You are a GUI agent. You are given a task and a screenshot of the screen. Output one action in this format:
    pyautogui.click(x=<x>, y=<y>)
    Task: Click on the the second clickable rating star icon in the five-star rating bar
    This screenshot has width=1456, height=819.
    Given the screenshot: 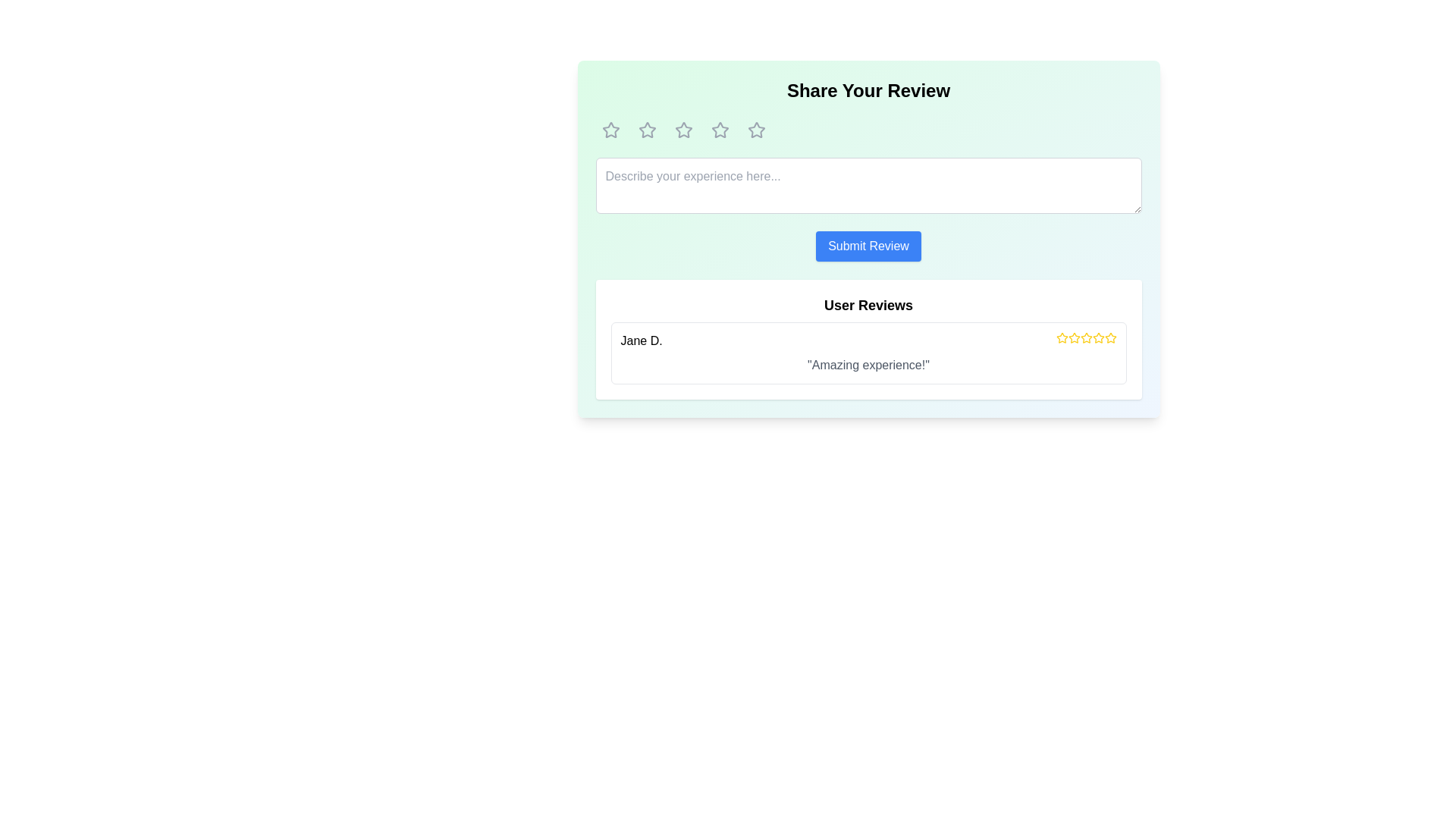 What is the action you would take?
    pyautogui.click(x=647, y=130)
    